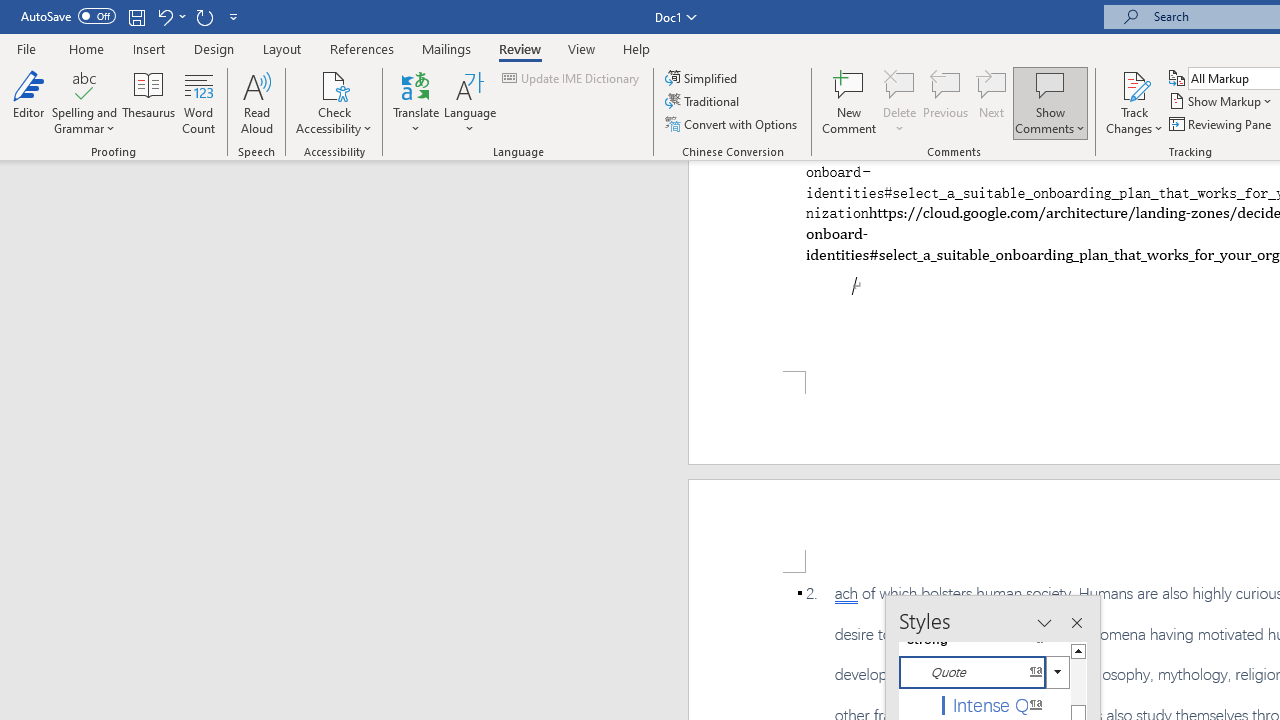 Image resolution: width=1280 pixels, height=720 pixels. What do you see at coordinates (415, 103) in the screenshot?
I see `'Translate'` at bounding box center [415, 103].